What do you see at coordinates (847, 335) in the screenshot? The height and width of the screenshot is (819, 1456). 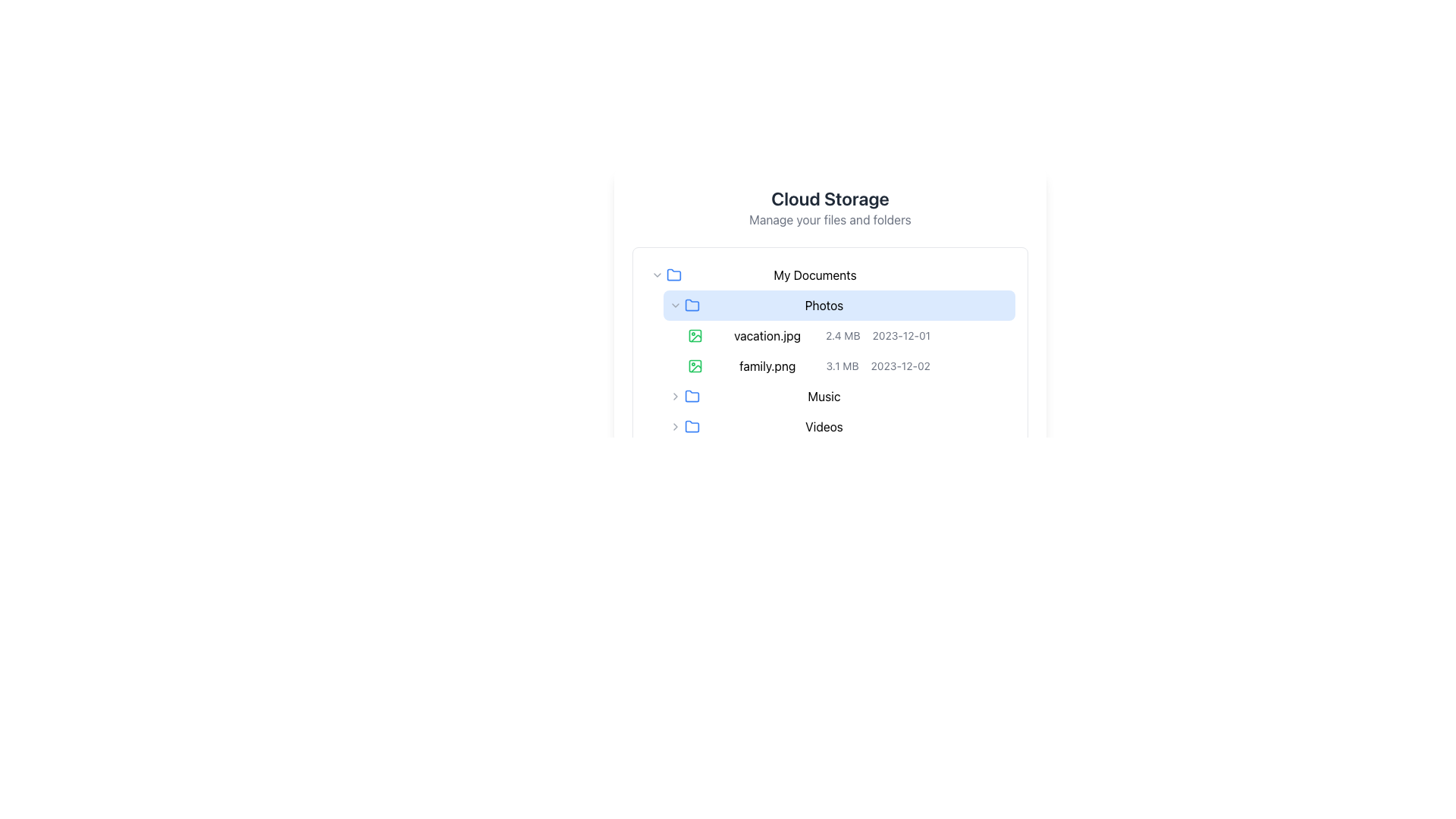 I see `the file information row displaying 'vacation.jpg', which is the first file entry under the 'Photos' folder` at bounding box center [847, 335].